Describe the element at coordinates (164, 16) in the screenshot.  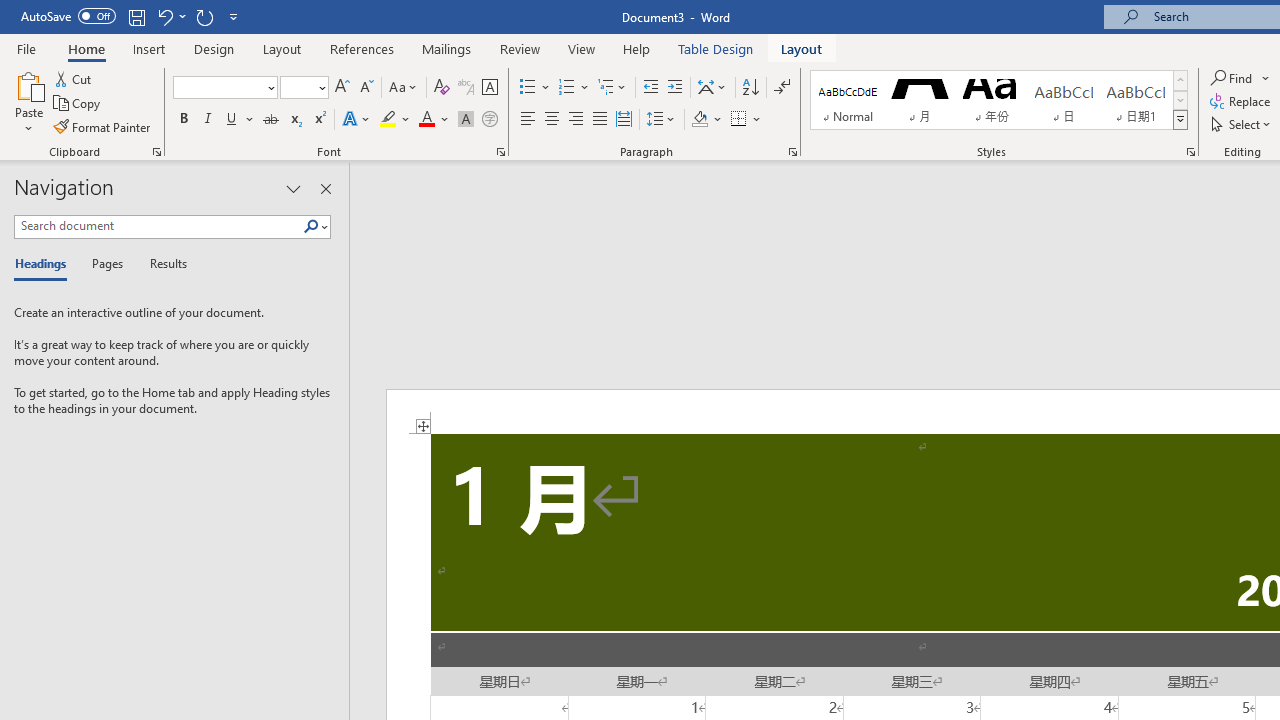
I see `'Undo Apply Quick Style'` at that location.